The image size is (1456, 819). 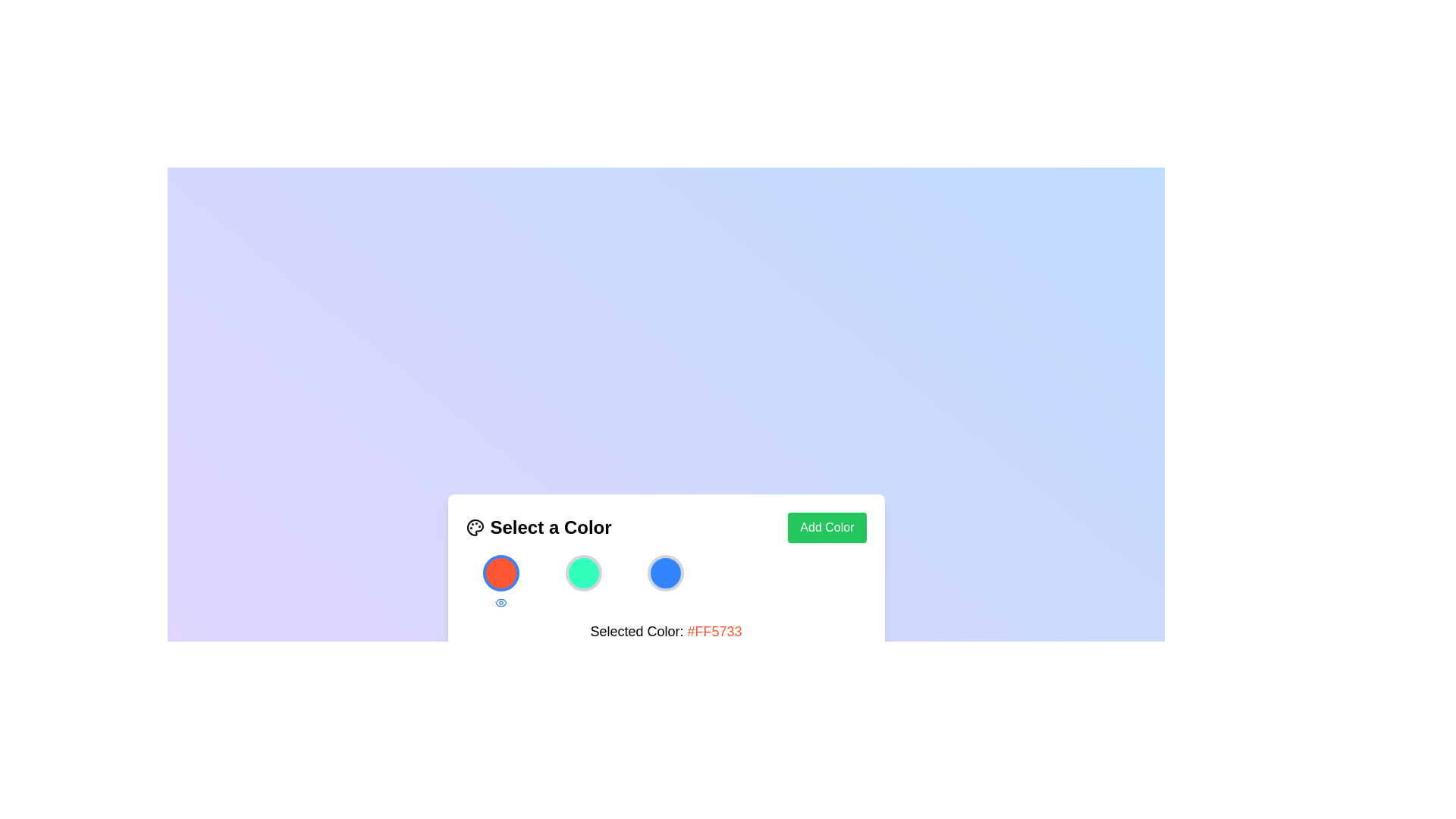 I want to click on the color selection button located in the center column of a 5-column grid layout, specifically the second column from the left, so click(x=582, y=581).